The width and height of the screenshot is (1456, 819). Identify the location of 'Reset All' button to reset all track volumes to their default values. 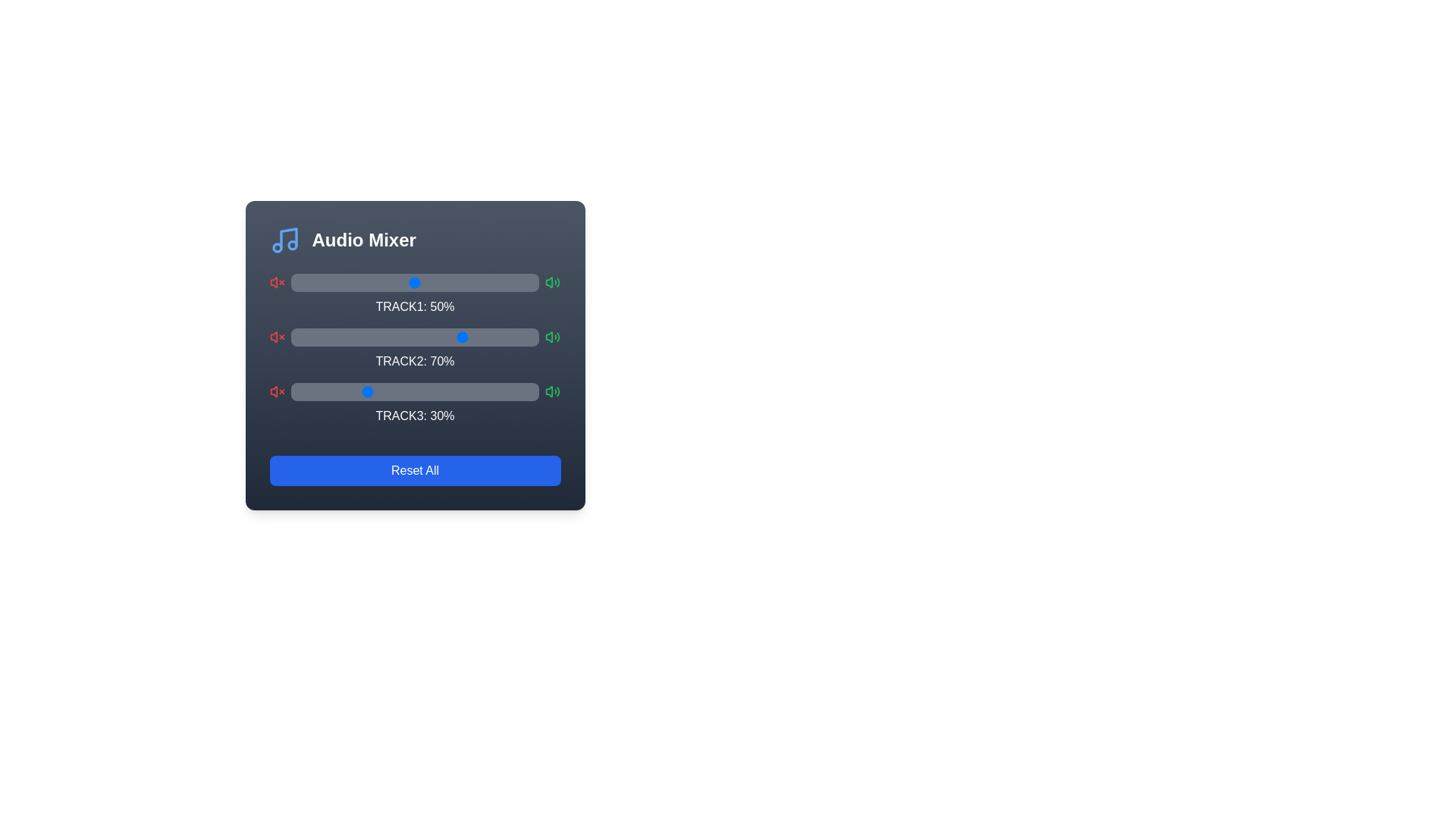
(415, 470).